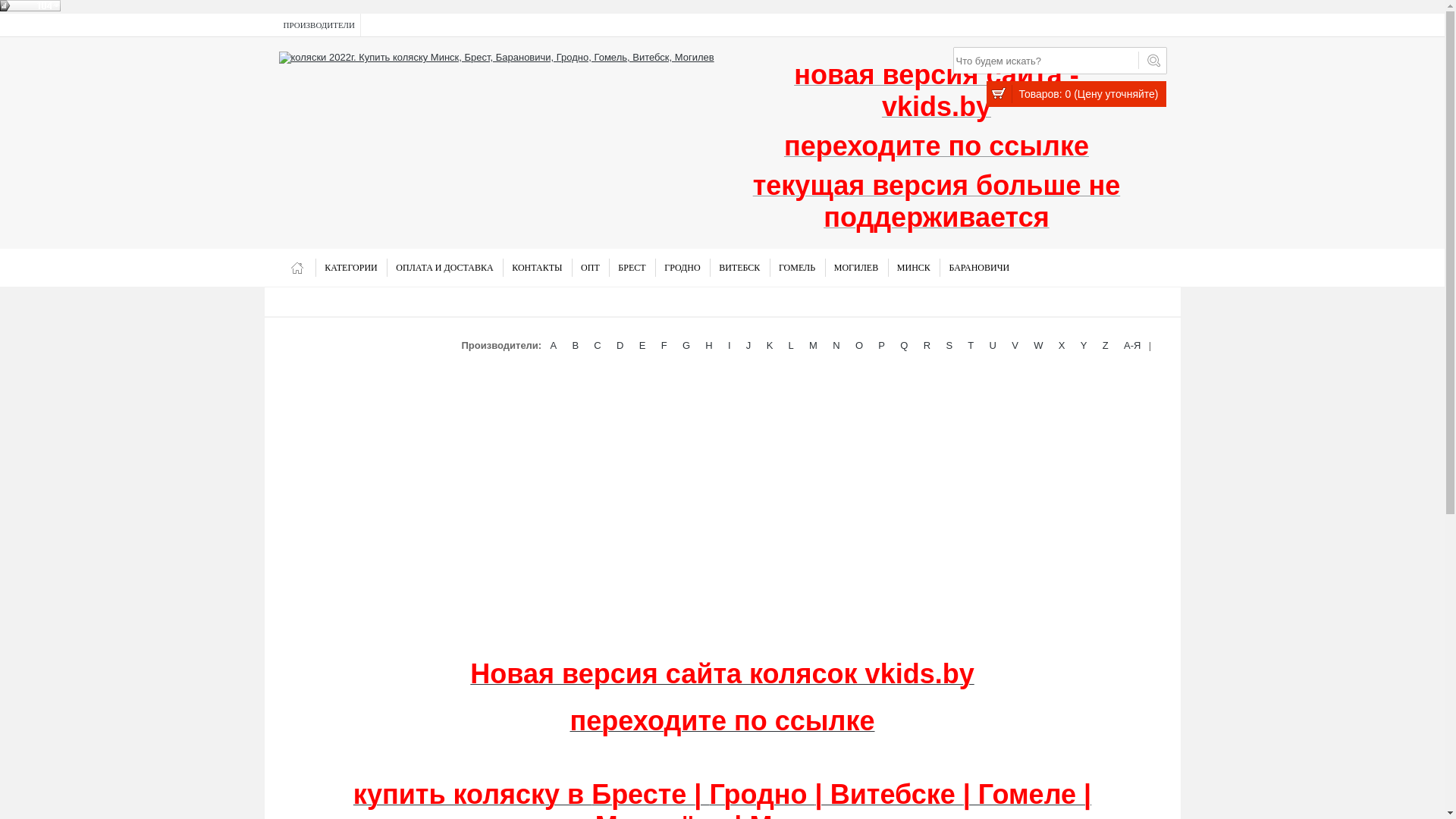 The height and width of the screenshot is (819, 1456). Describe the element at coordinates (620, 345) in the screenshot. I see `'D'` at that location.